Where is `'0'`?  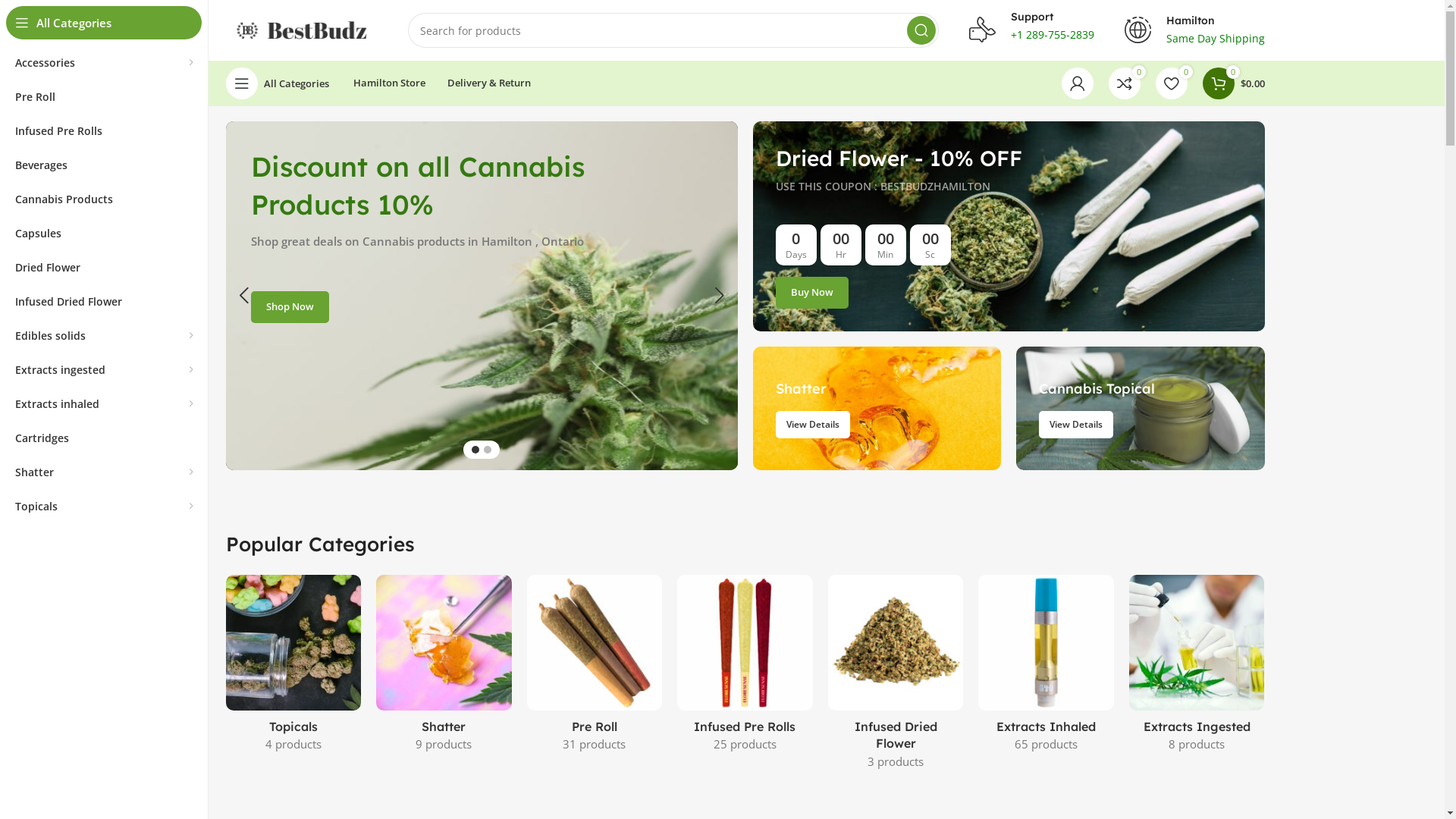 '0' is located at coordinates (1125, 83).